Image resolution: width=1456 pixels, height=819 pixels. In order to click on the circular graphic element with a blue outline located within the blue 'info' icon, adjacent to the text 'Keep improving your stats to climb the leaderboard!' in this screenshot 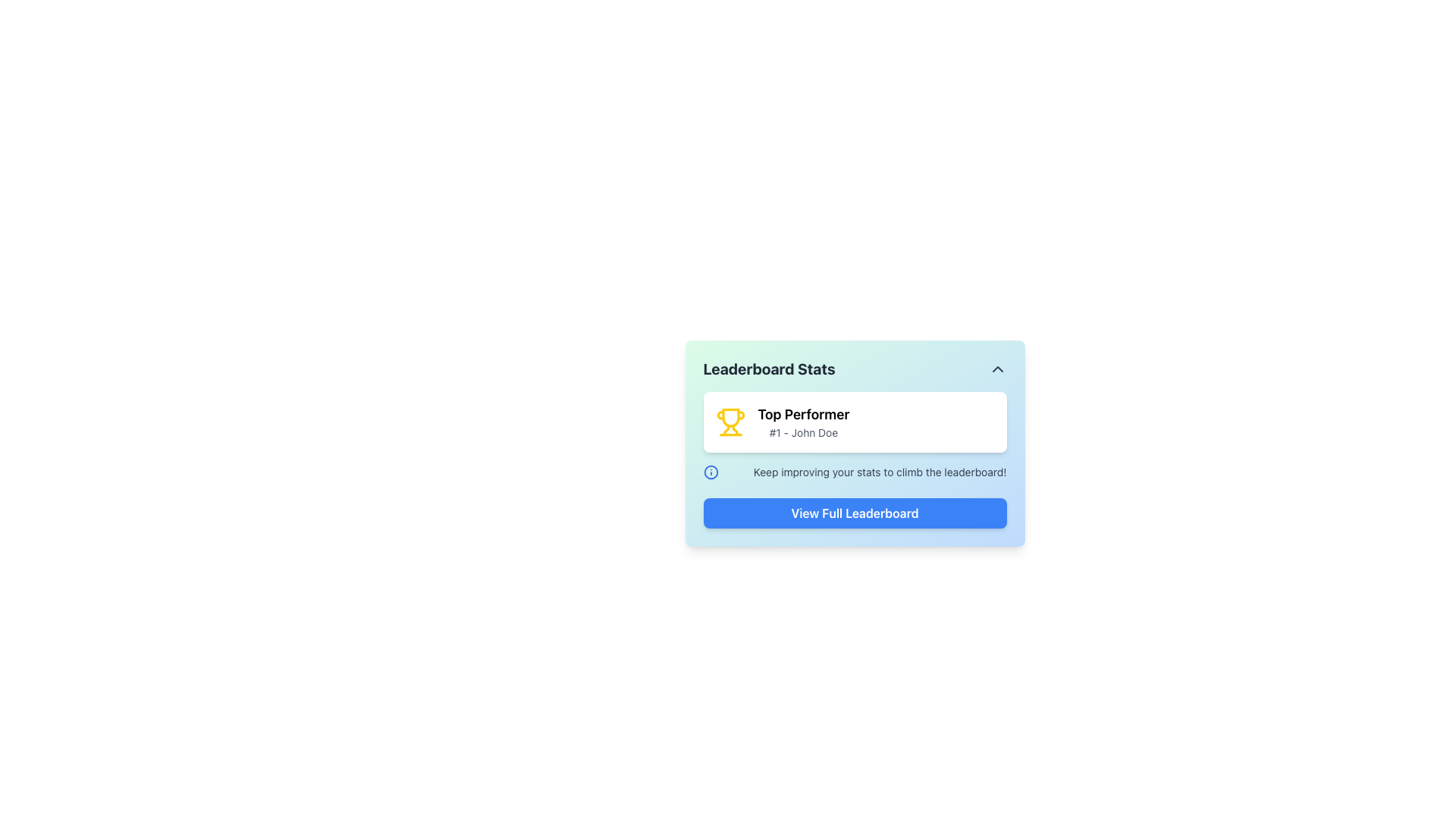, I will do `click(710, 472)`.